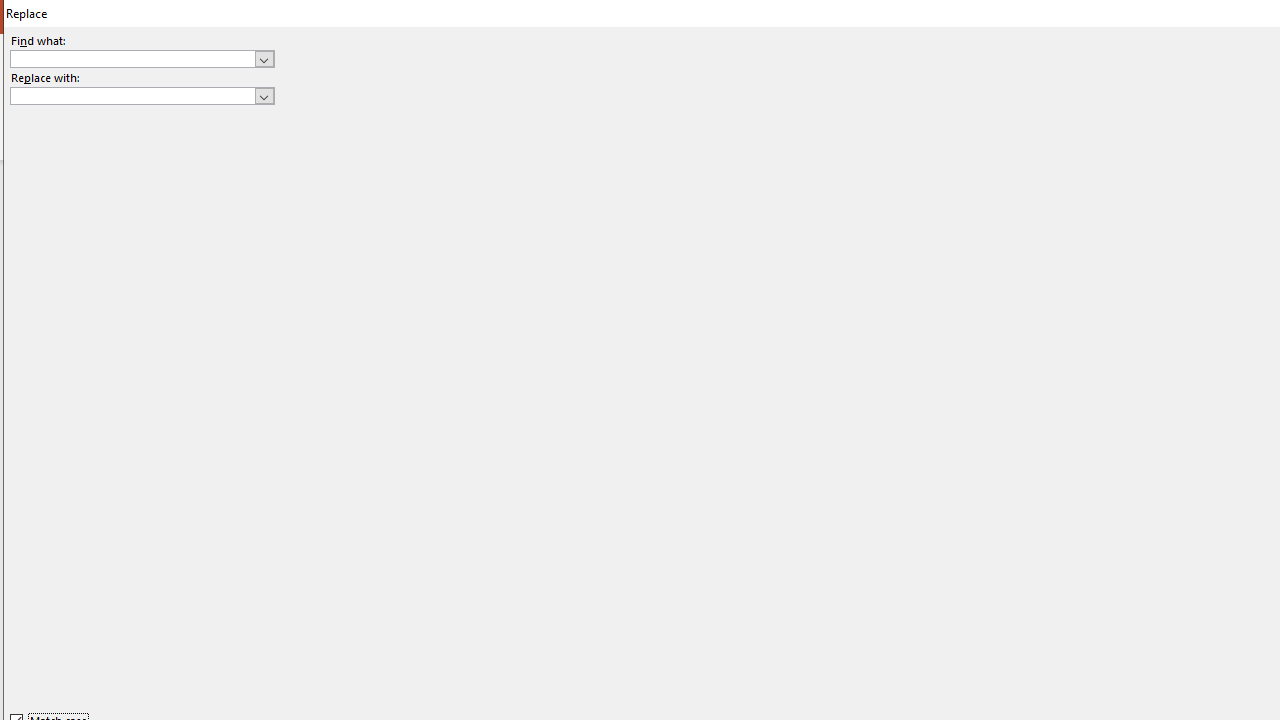 This screenshot has height=720, width=1280. Describe the element at coordinates (141, 57) in the screenshot. I see `'Find what'` at that location.